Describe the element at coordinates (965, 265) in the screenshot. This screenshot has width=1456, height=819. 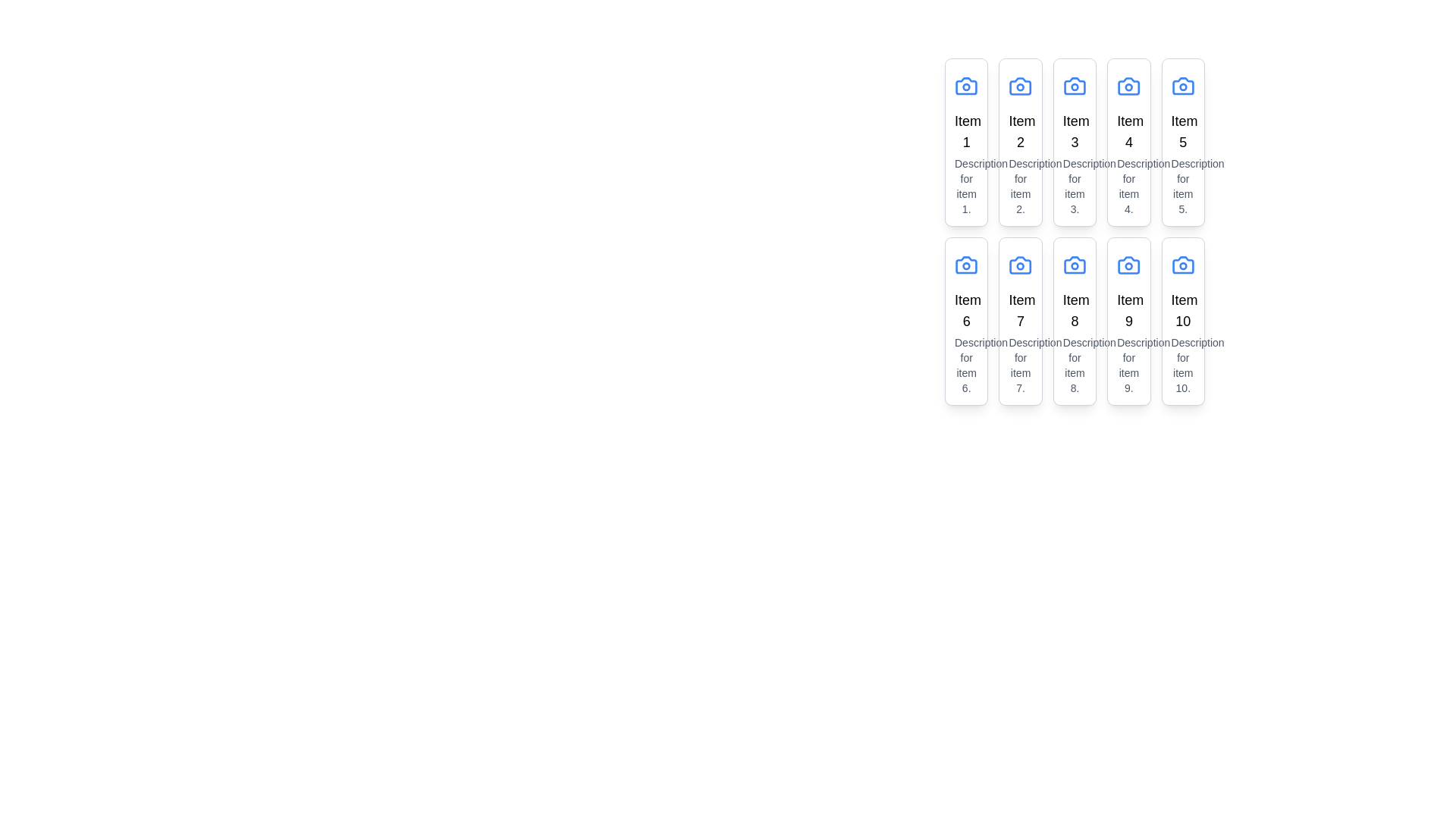
I see `the icon representing 'Item 6' located` at that location.